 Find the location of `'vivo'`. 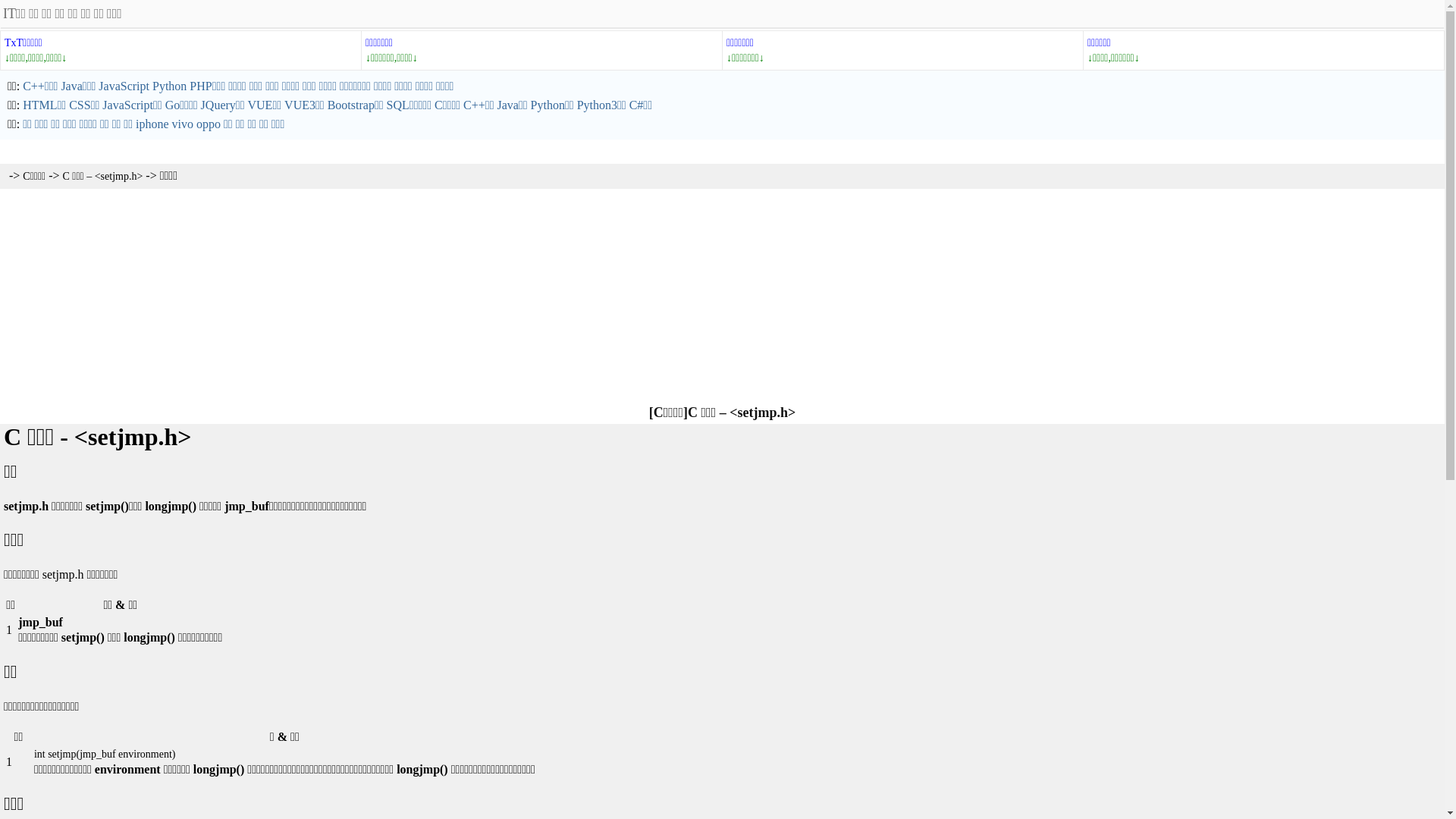

'vivo' is located at coordinates (182, 123).